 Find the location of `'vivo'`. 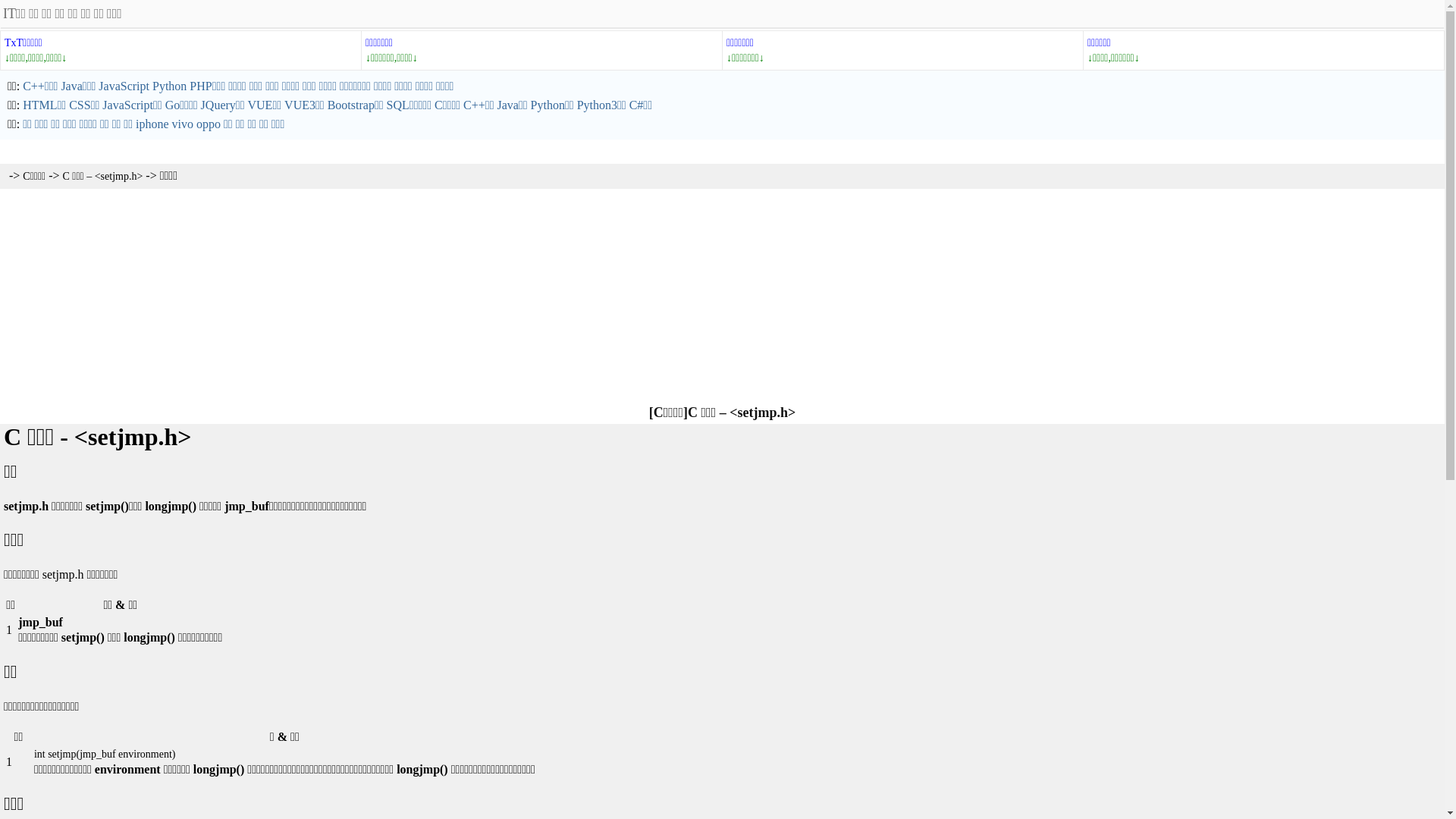

'vivo' is located at coordinates (182, 123).